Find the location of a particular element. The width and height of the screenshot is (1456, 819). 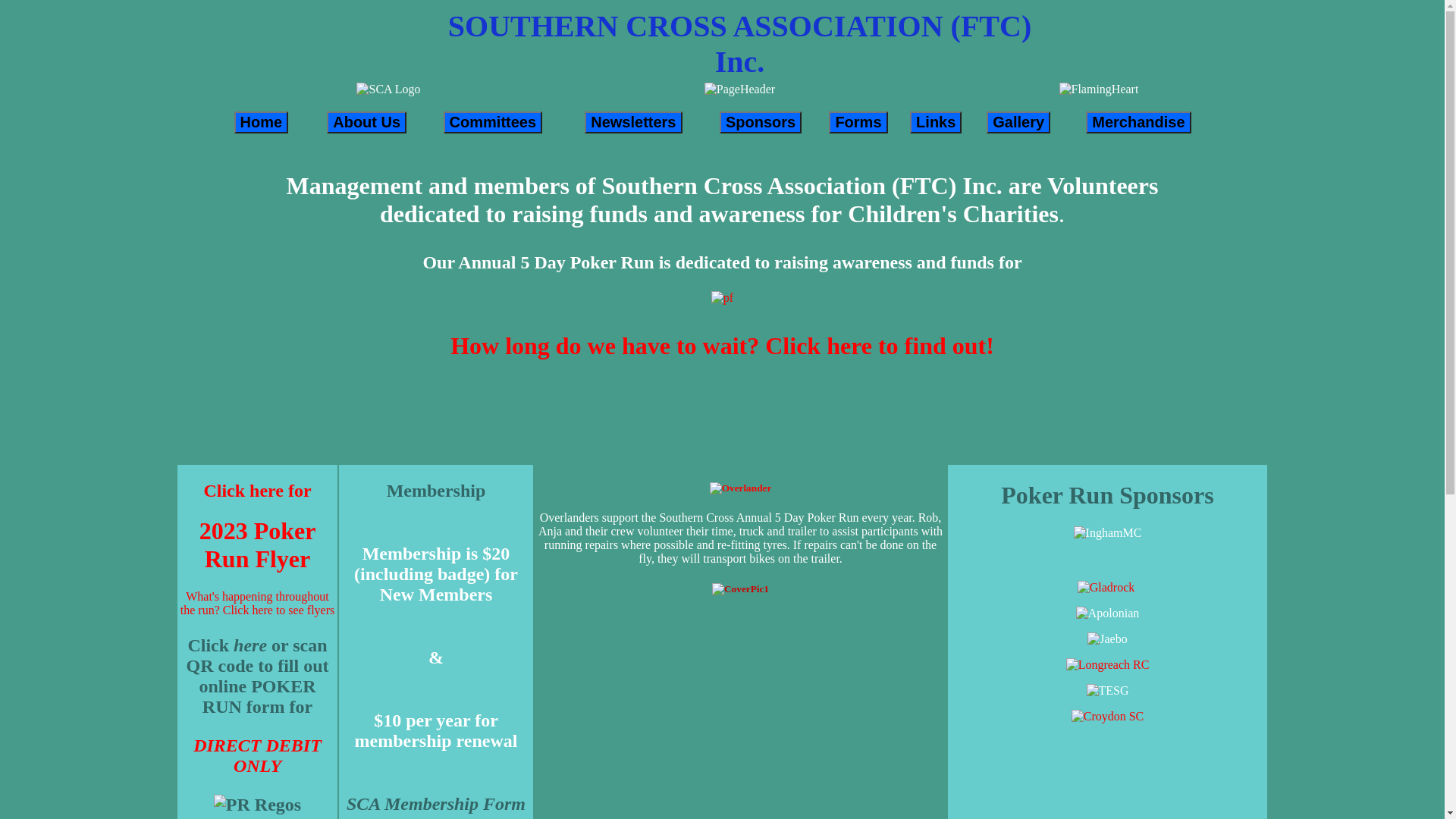

'Forms' is located at coordinates (858, 121).